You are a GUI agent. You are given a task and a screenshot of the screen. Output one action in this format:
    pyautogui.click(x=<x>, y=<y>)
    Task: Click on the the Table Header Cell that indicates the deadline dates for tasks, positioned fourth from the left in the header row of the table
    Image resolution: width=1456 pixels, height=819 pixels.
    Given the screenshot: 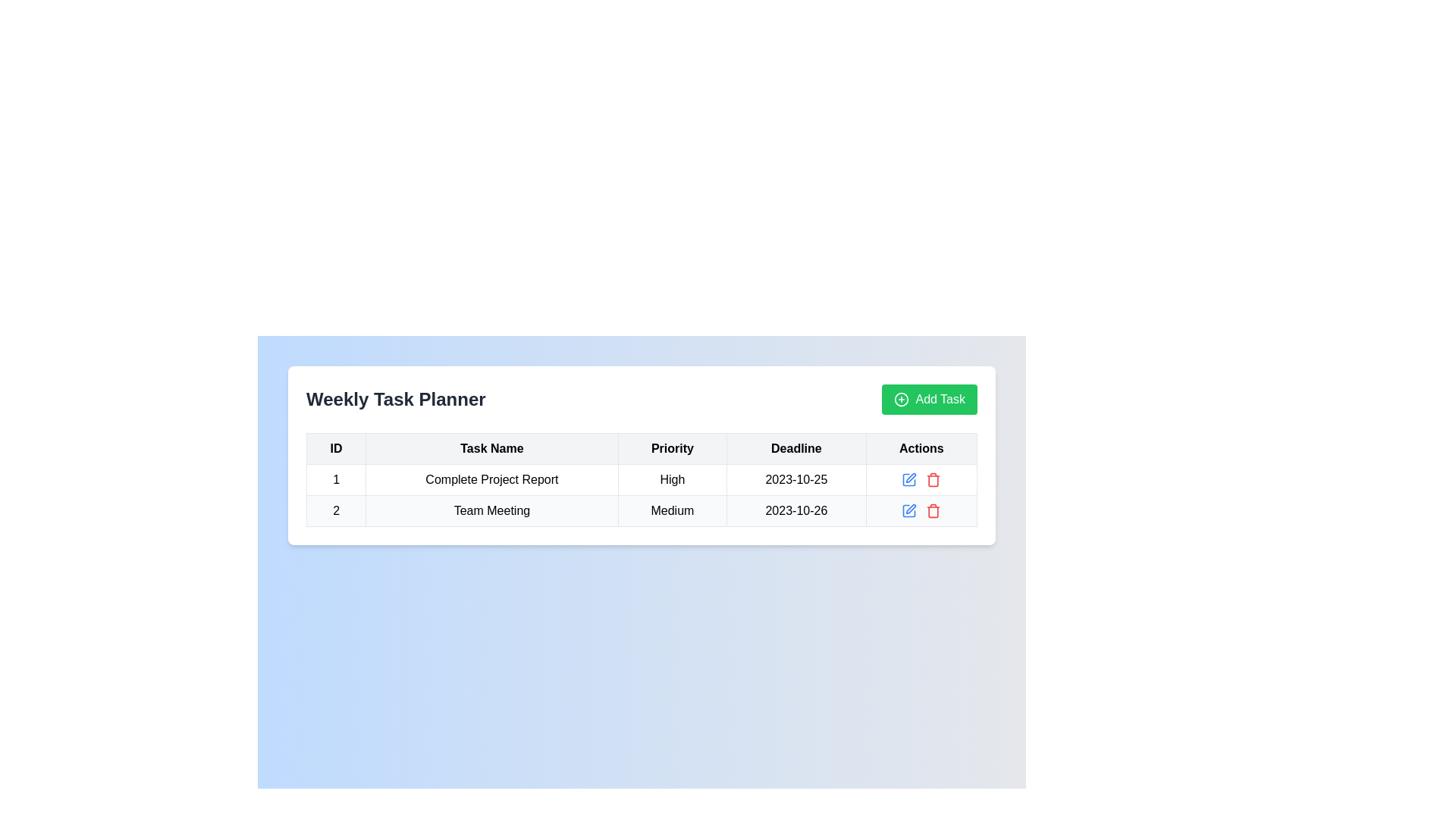 What is the action you would take?
    pyautogui.click(x=795, y=447)
    